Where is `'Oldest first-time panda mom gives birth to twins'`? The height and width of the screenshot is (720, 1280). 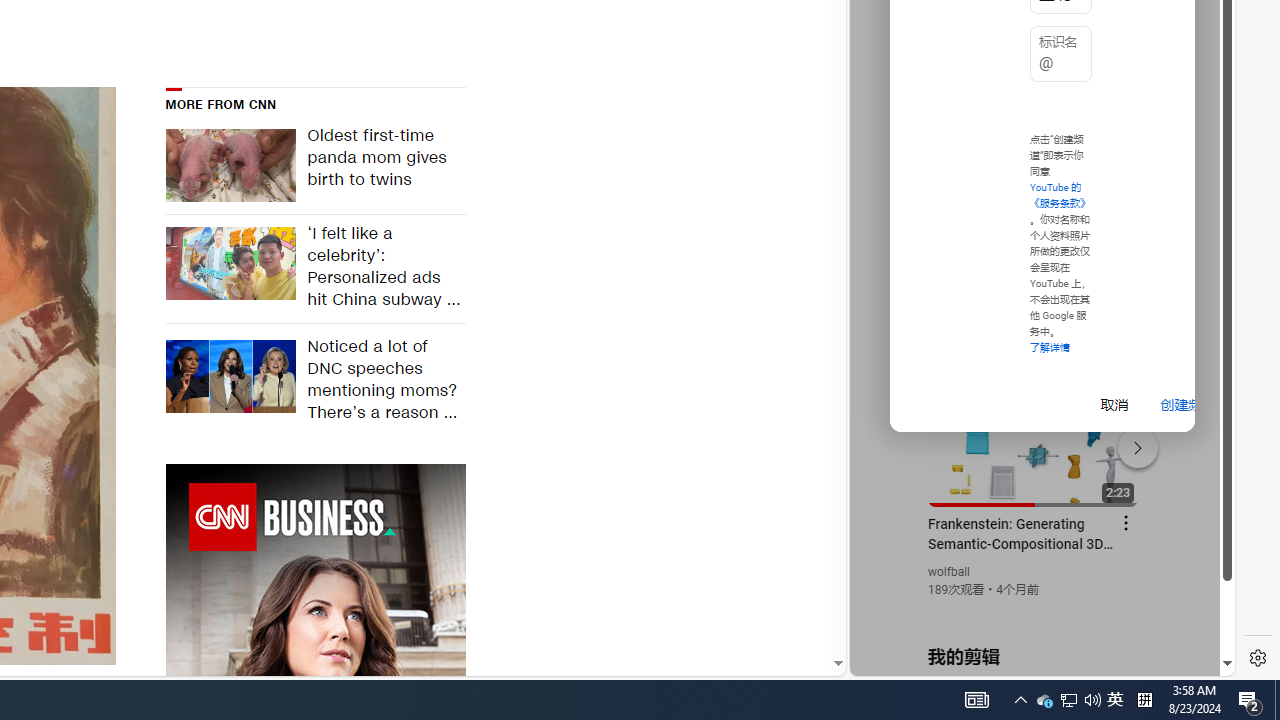 'Oldest first-time panda mom gives birth to twins' is located at coordinates (380, 164).